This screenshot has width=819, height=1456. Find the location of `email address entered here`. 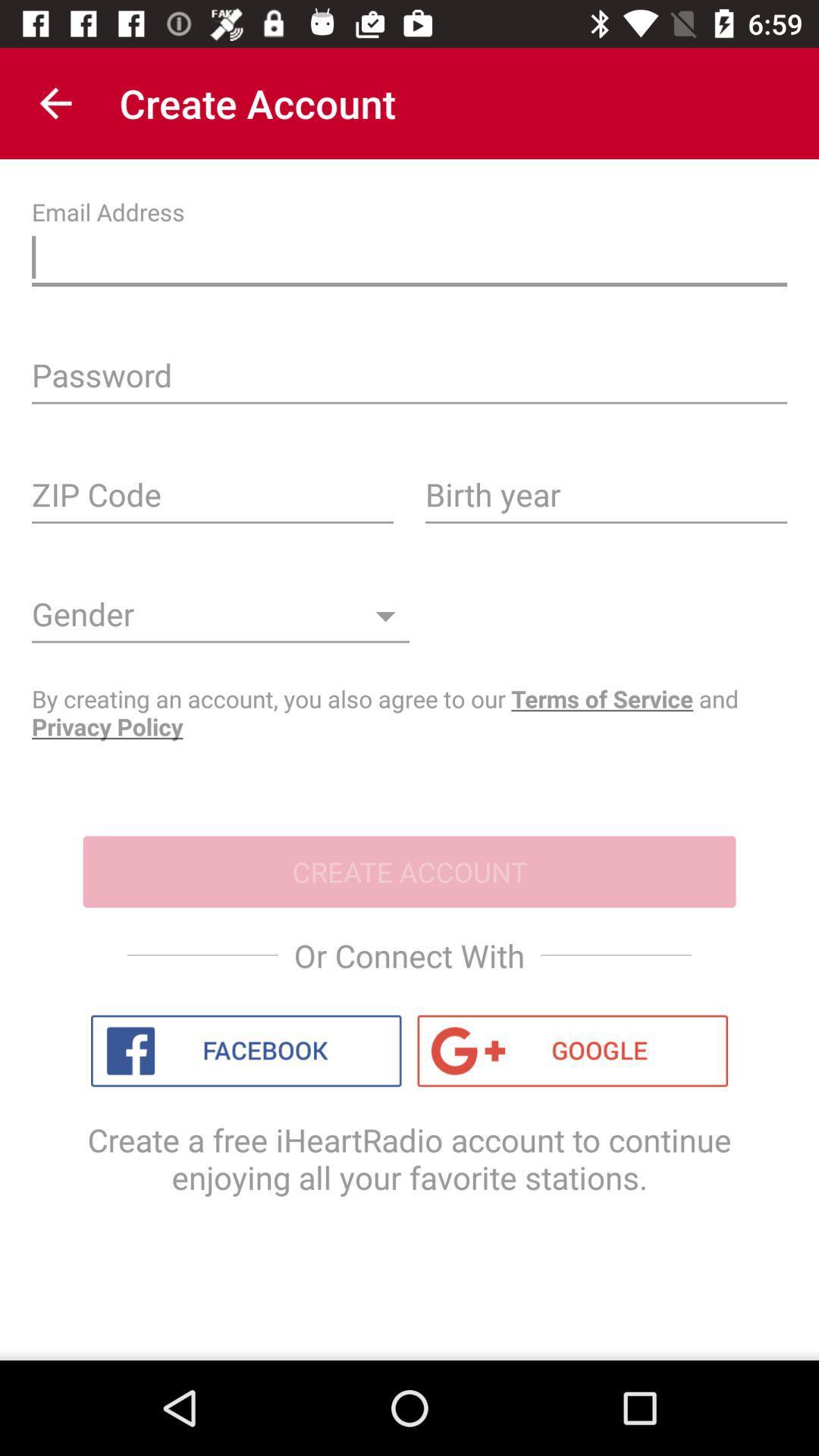

email address entered here is located at coordinates (409, 261).